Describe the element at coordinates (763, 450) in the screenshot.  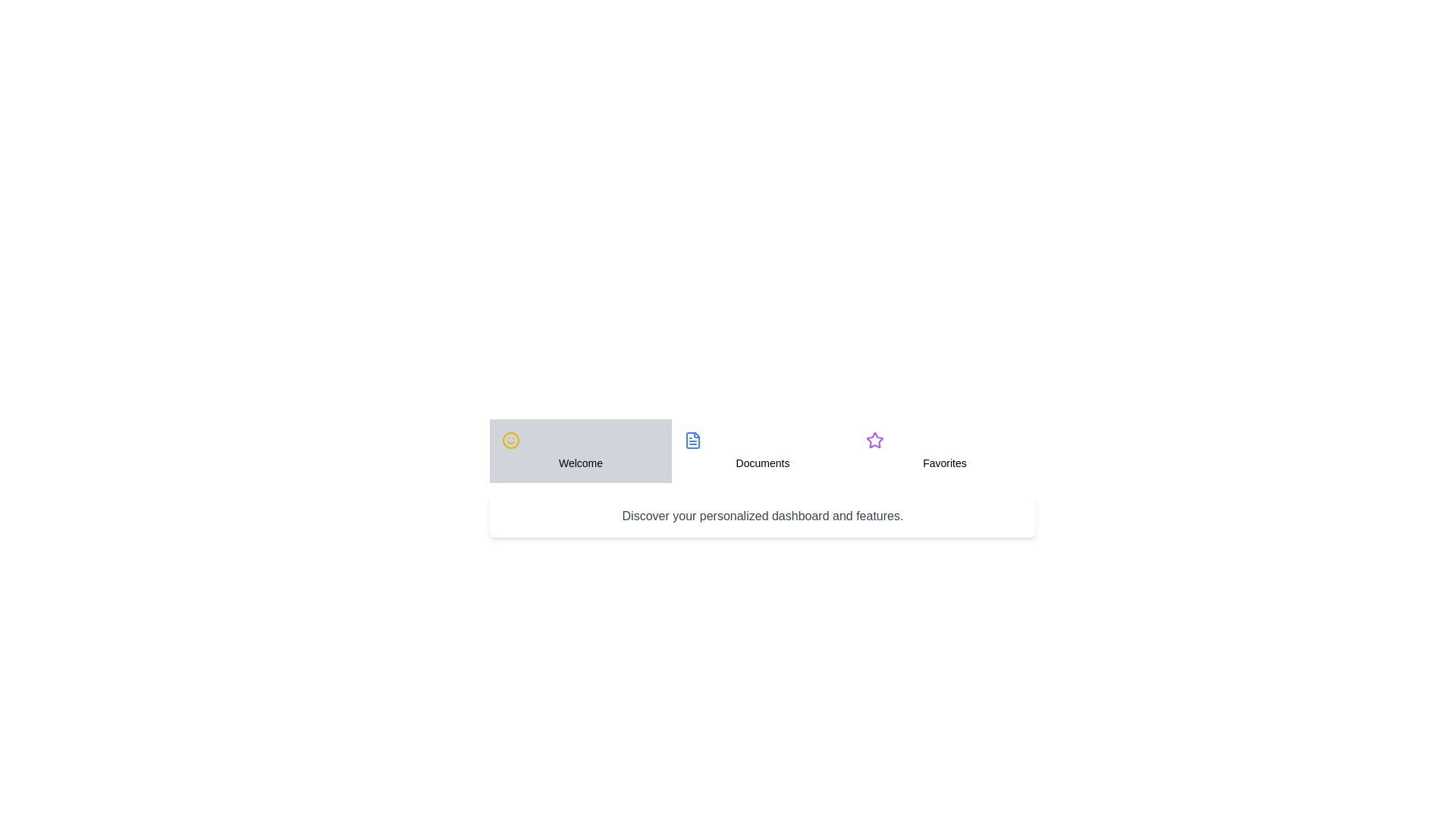
I see `the tab titled Documents by clicking on it` at that location.